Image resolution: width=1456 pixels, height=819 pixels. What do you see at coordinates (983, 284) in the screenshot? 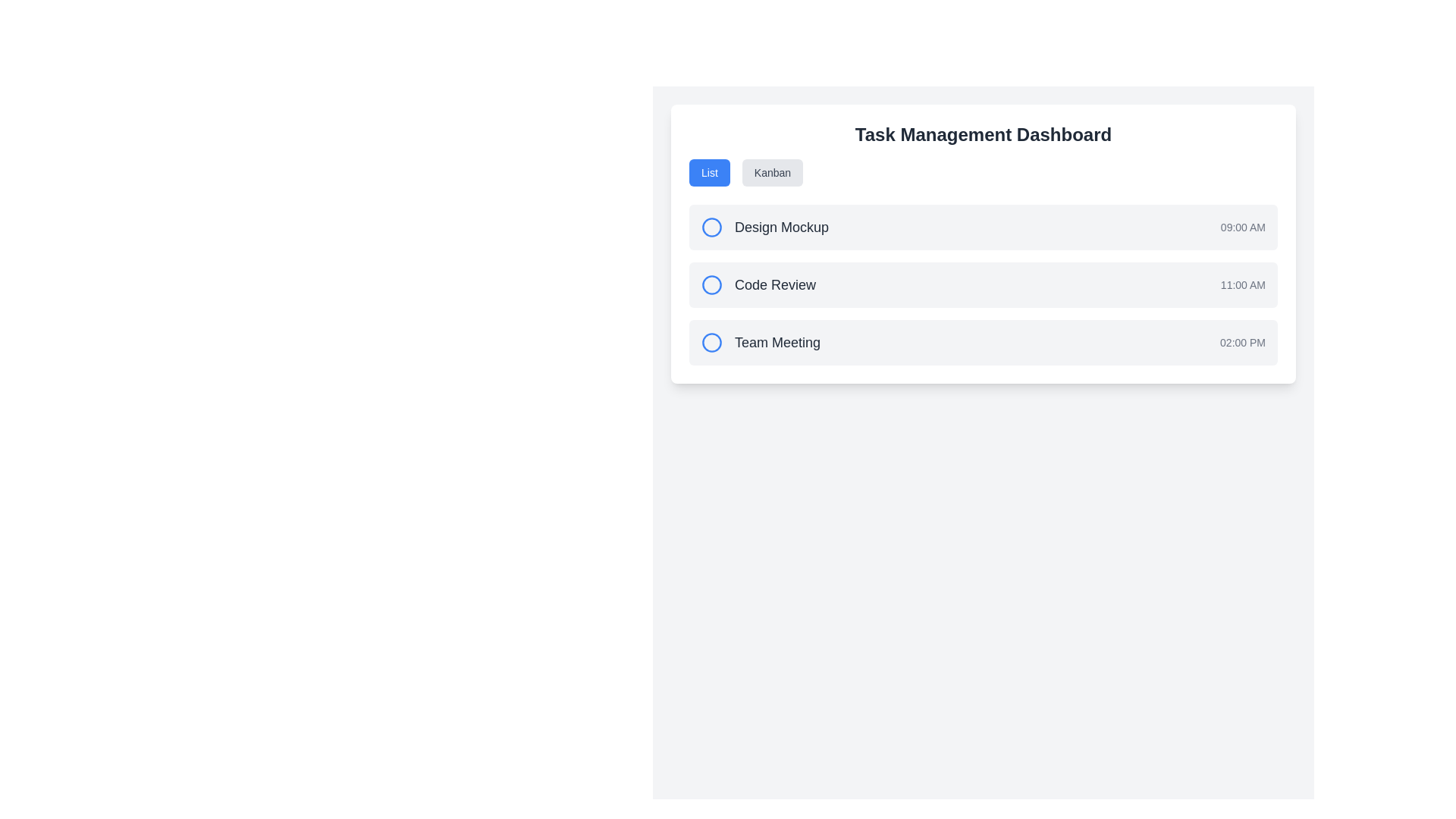
I see `the List Item displaying the scheduled event 'Code Review' at 11:00 AM` at bounding box center [983, 284].